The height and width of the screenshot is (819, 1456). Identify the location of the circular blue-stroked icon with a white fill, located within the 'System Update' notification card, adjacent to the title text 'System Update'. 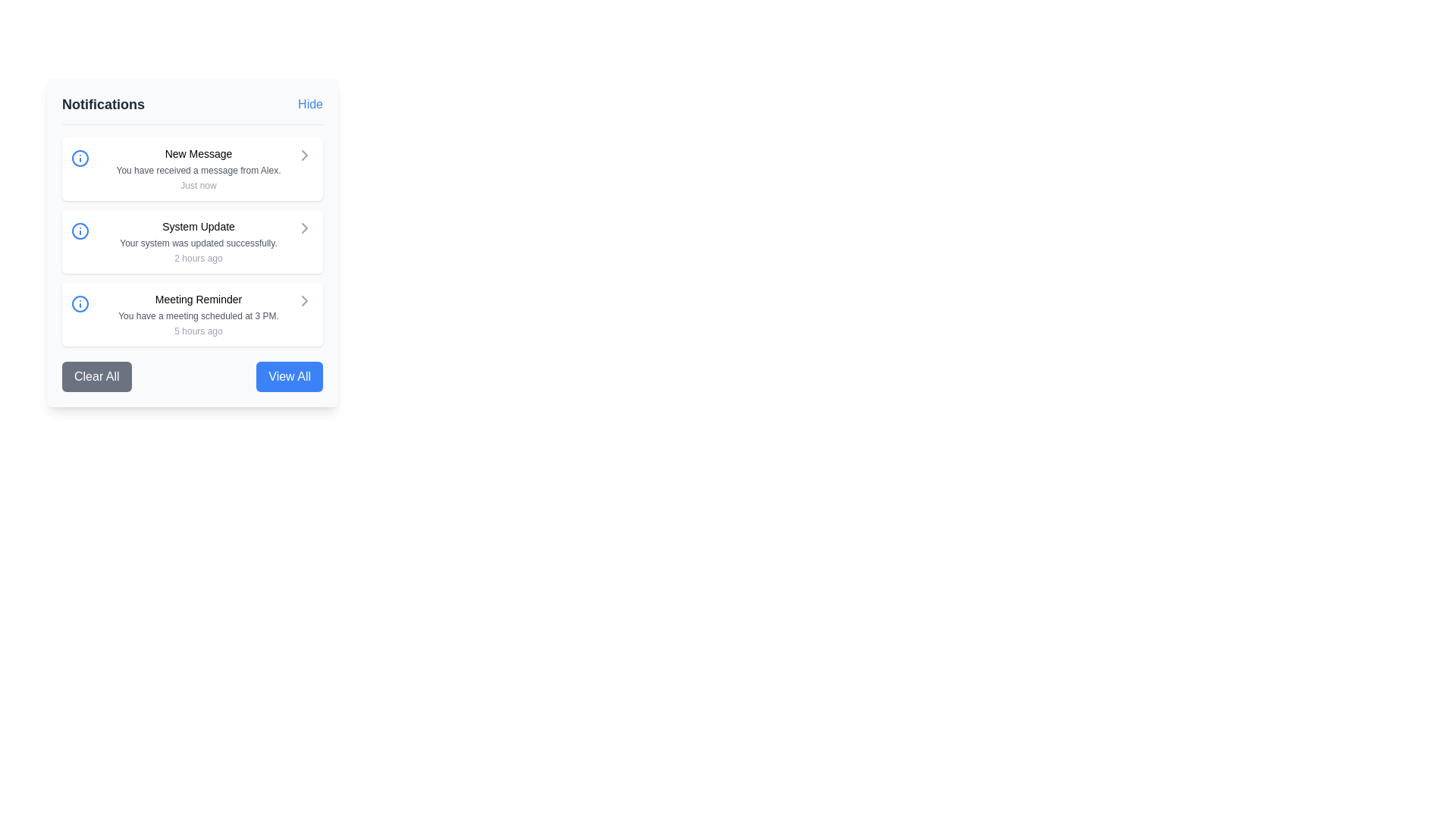
(79, 231).